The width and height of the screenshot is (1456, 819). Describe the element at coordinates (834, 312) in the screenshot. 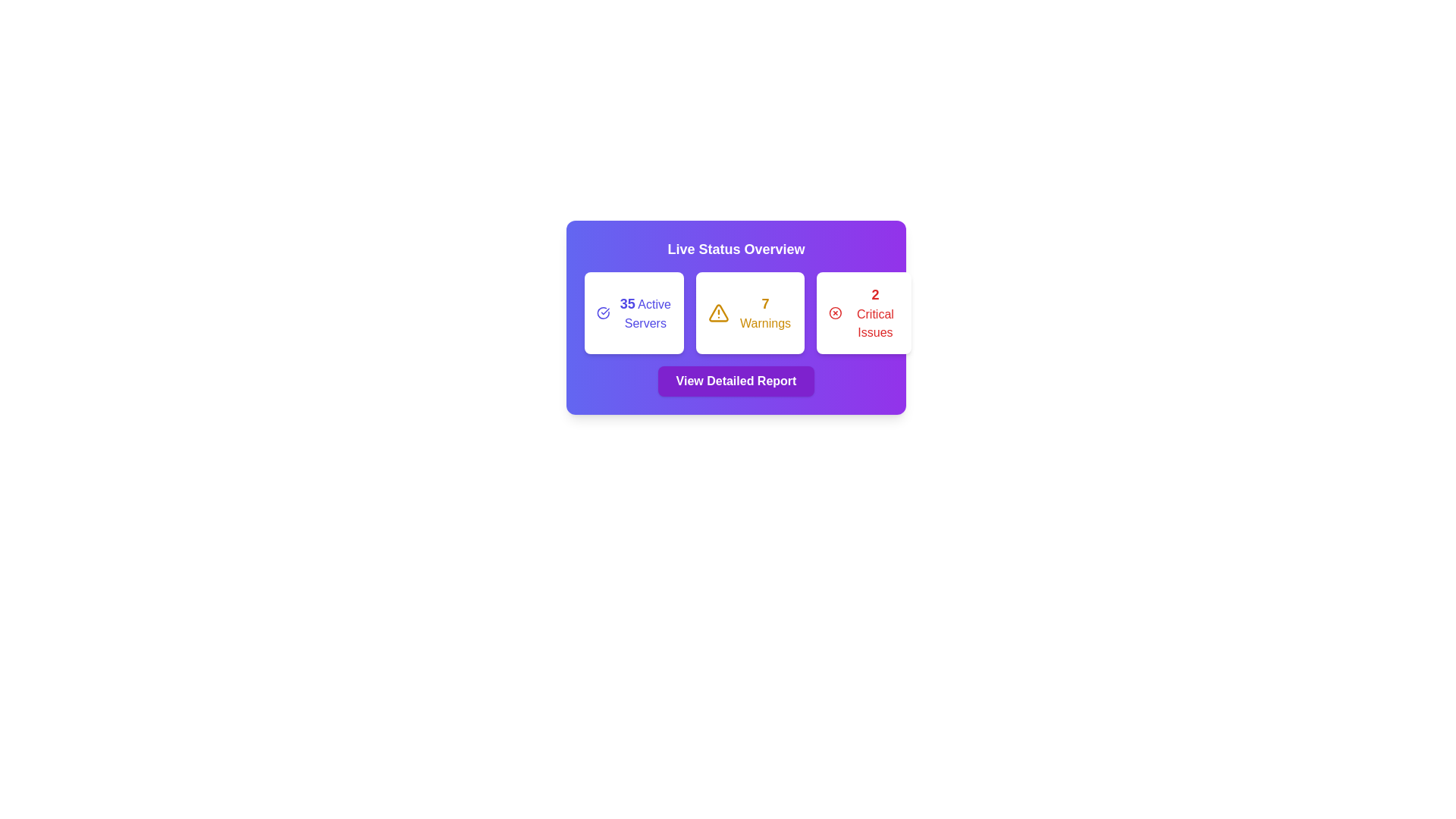

I see `the critical issues icon located in the '2 Critical Issues' panel in the bottom-right section of the card, which serves as a visual indicator for critical issues` at that location.